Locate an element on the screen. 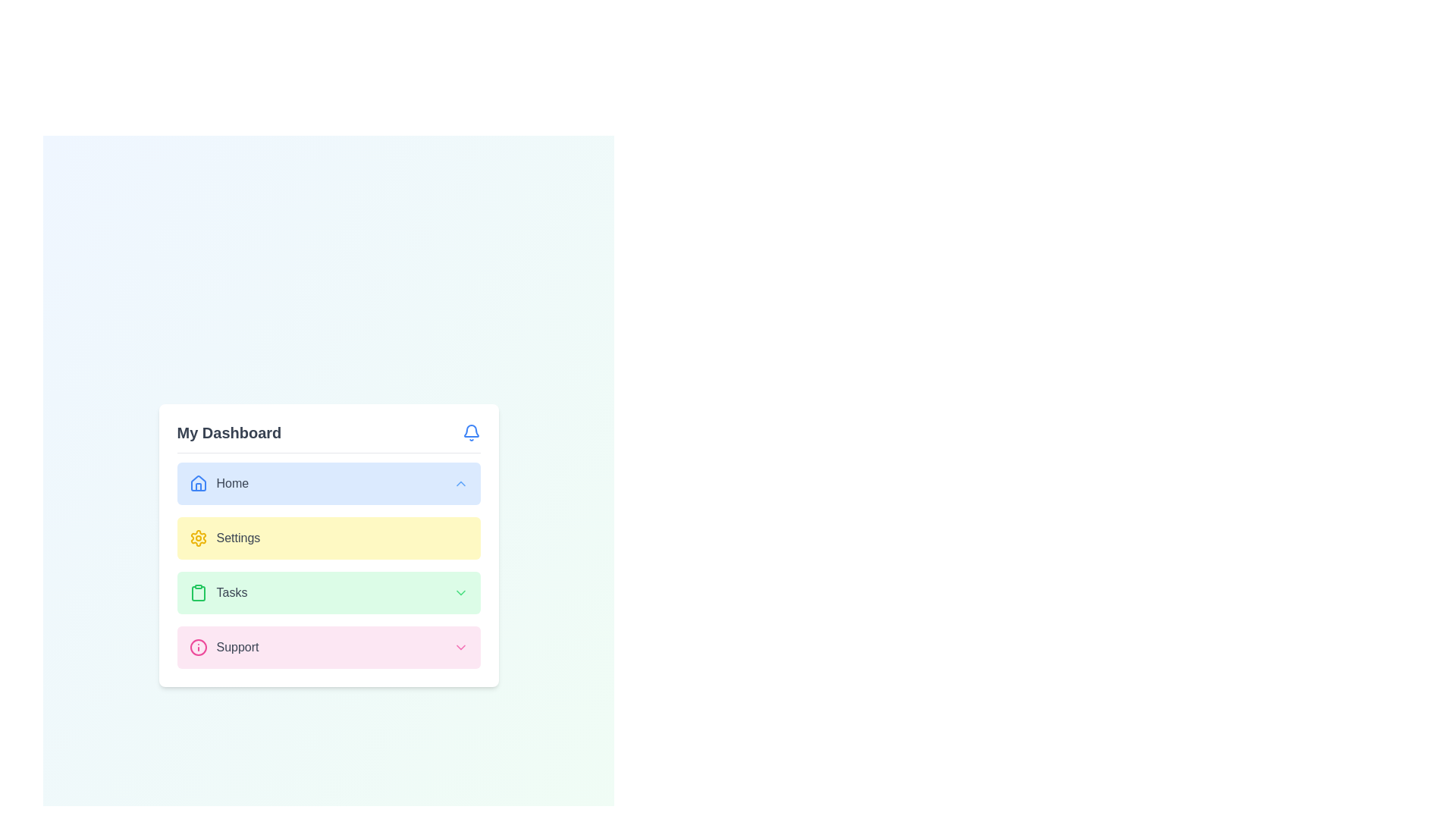 The width and height of the screenshot is (1456, 819). the bell icon located to the right of the text 'My Dashboard' in the header section is located at coordinates (470, 432).